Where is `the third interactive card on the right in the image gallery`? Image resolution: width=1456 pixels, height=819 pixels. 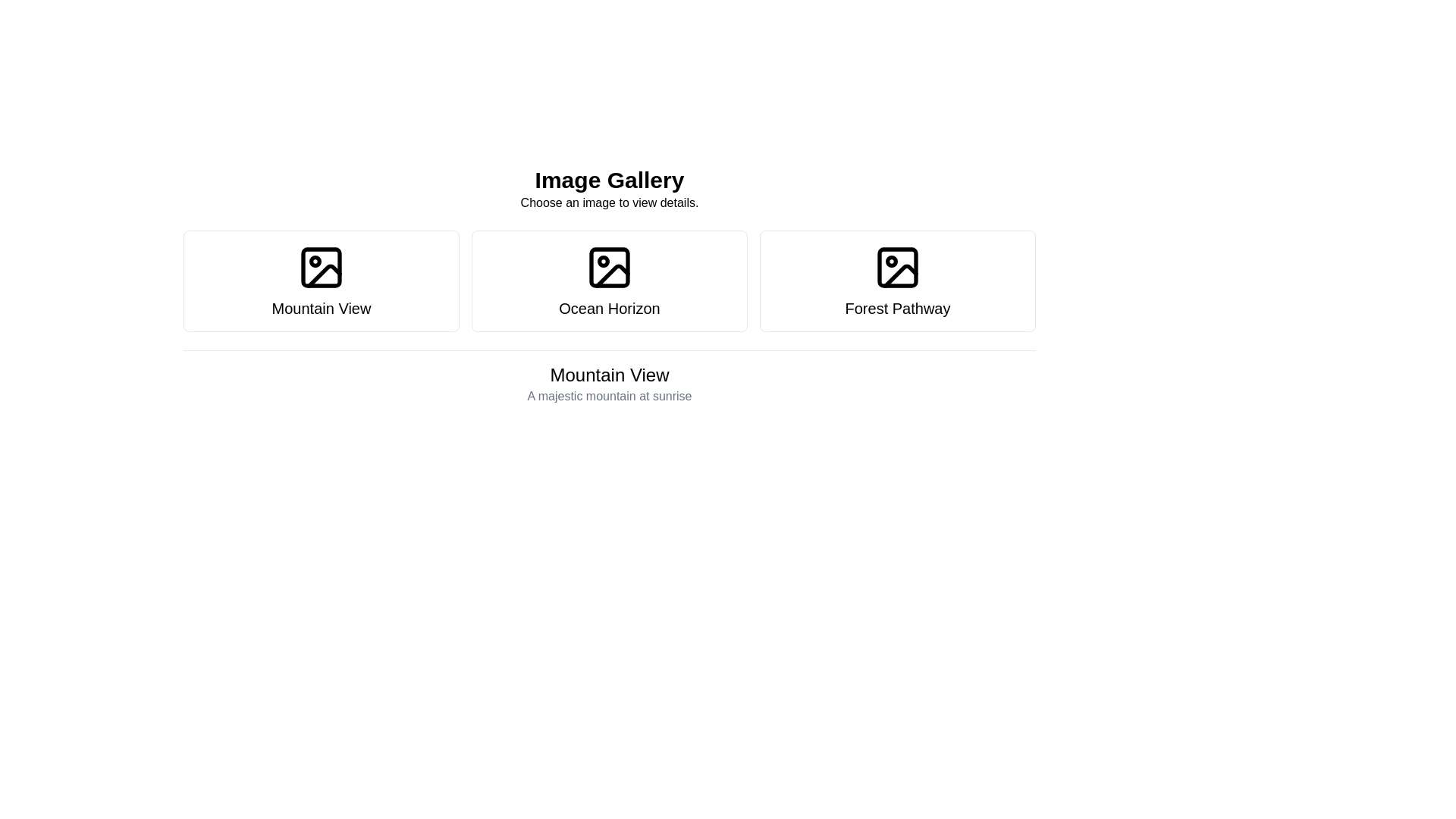 the third interactive card on the right in the image gallery is located at coordinates (898, 281).